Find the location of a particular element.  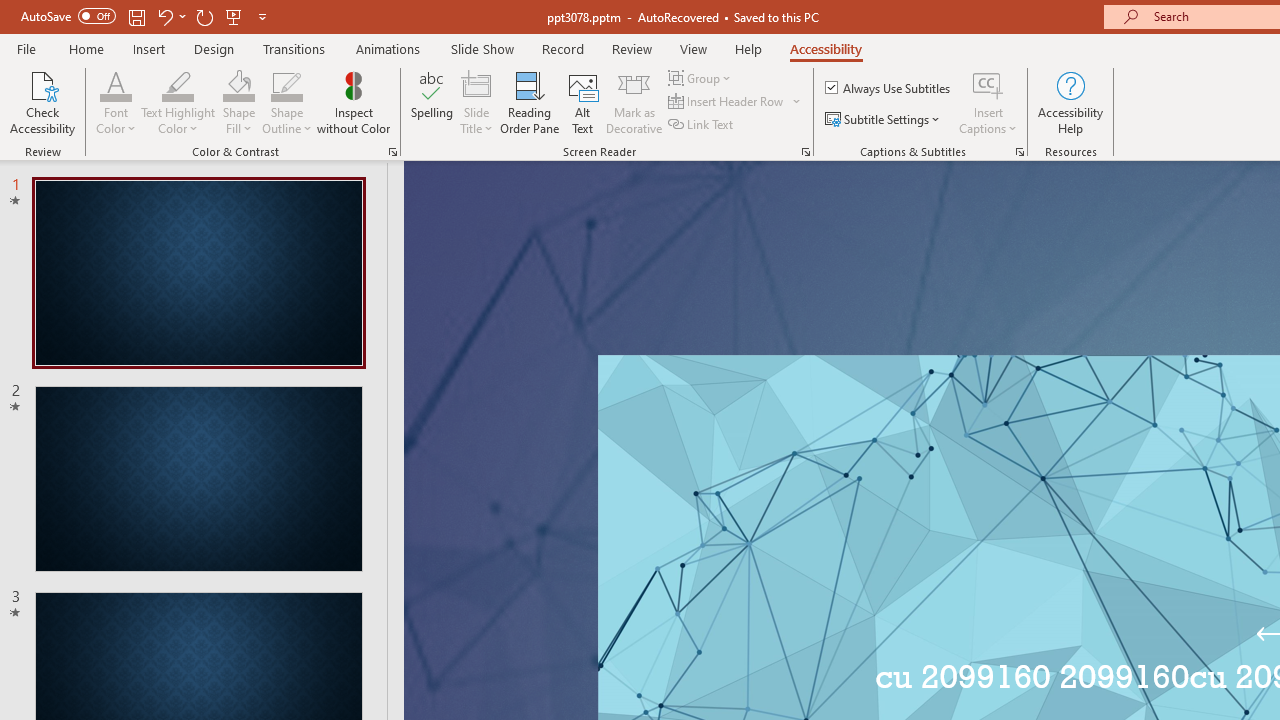

'Group' is located at coordinates (702, 77).